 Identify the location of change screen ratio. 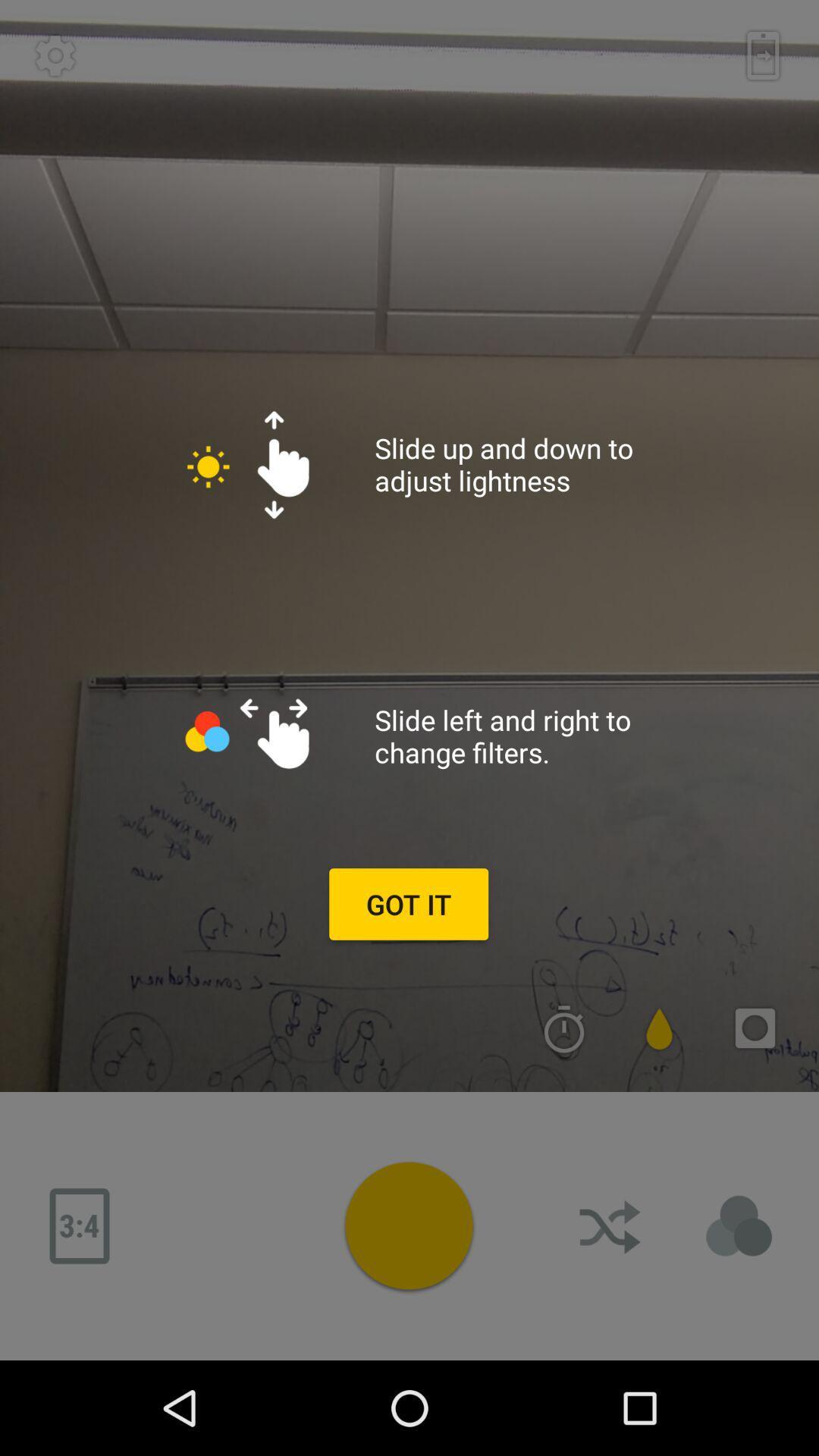
(79, 1226).